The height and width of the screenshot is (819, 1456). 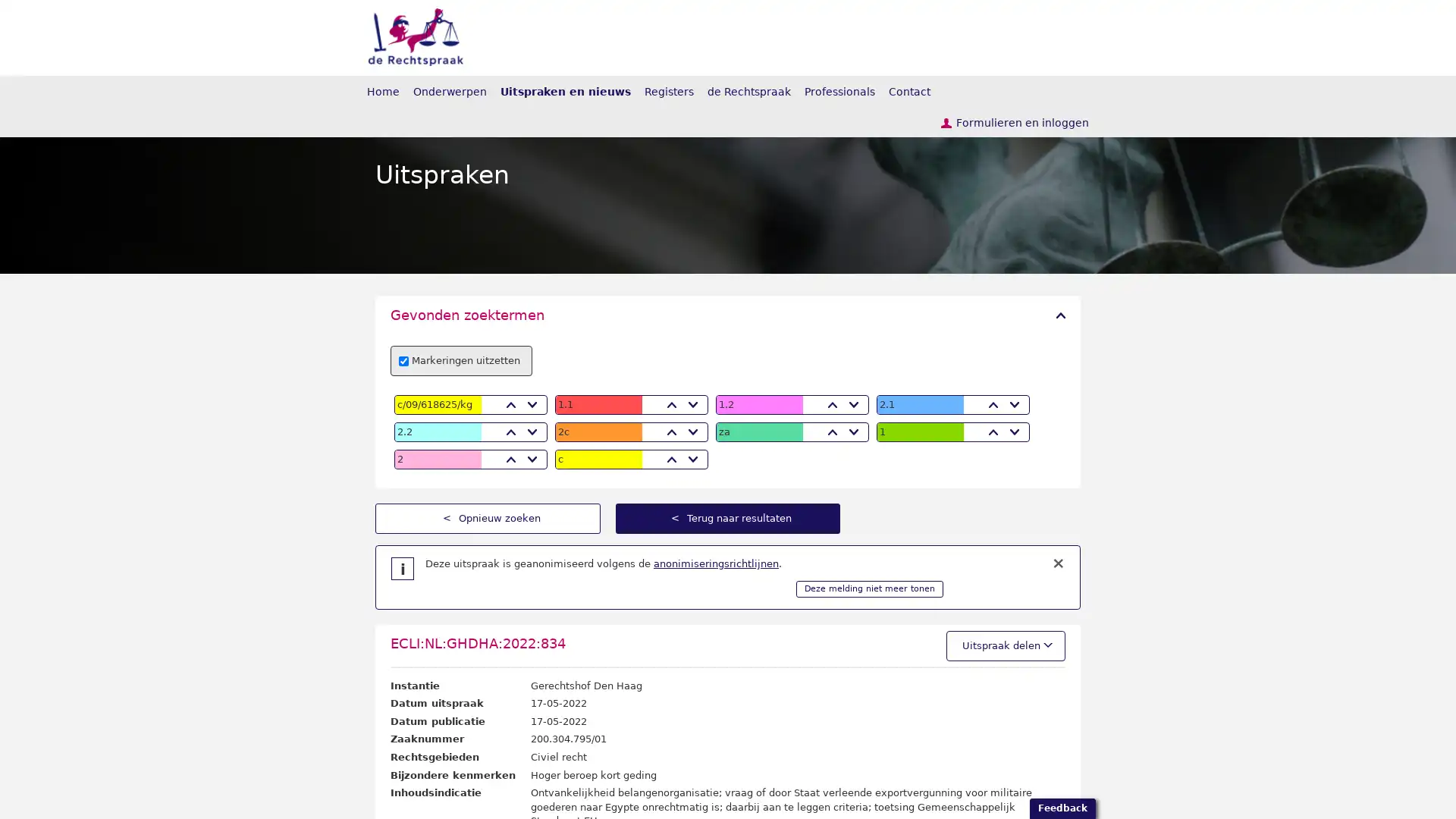 What do you see at coordinates (869, 587) in the screenshot?
I see `Deze melding niet meer tonen` at bounding box center [869, 587].